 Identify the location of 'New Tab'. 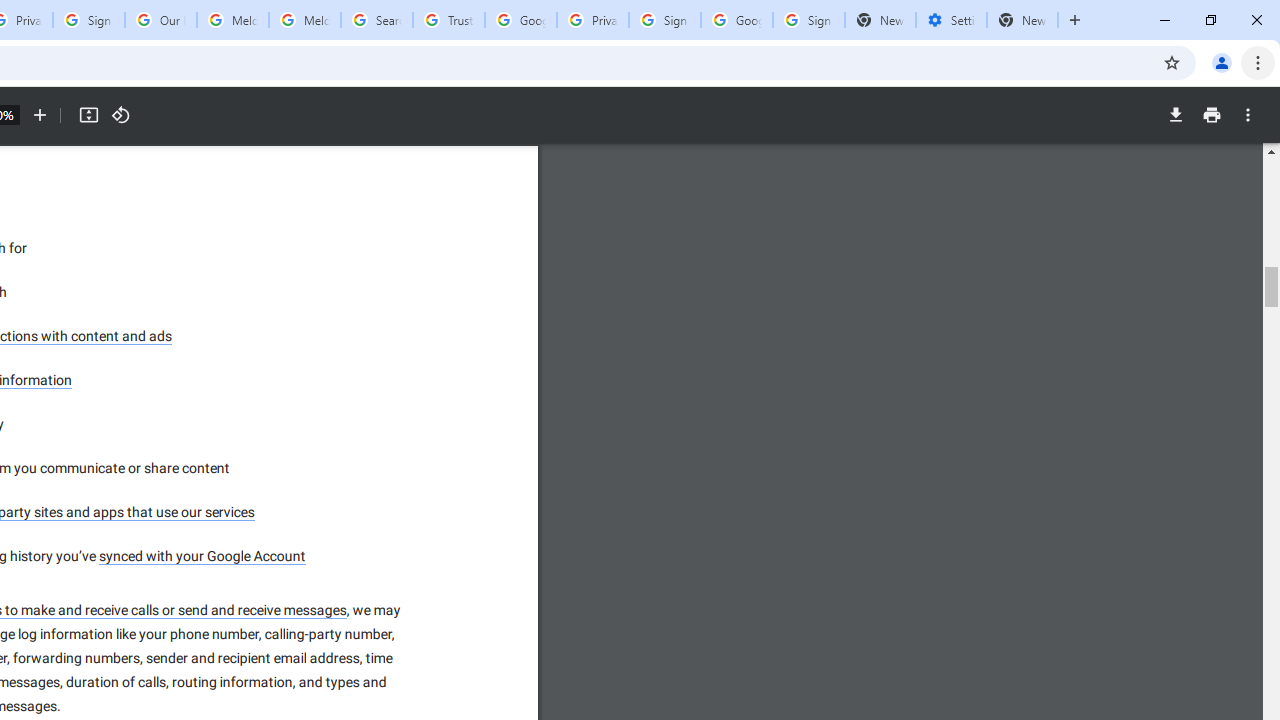
(1074, 20).